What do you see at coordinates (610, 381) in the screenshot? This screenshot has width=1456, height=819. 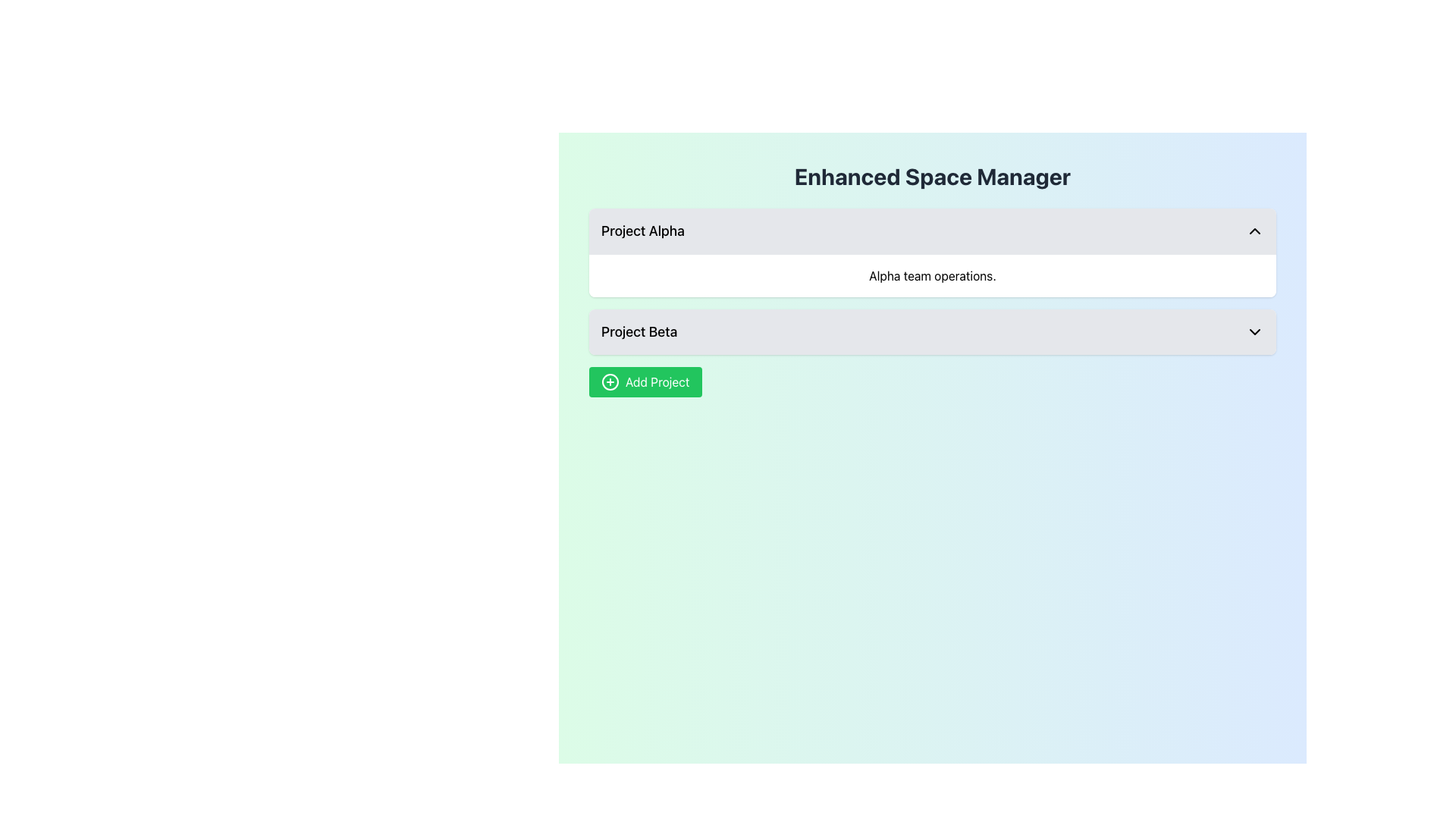 I see `the outer circle of the plus symbol icon within the 'Add Project' button located at the bottom of the interface` at bounding box center [610, 381].